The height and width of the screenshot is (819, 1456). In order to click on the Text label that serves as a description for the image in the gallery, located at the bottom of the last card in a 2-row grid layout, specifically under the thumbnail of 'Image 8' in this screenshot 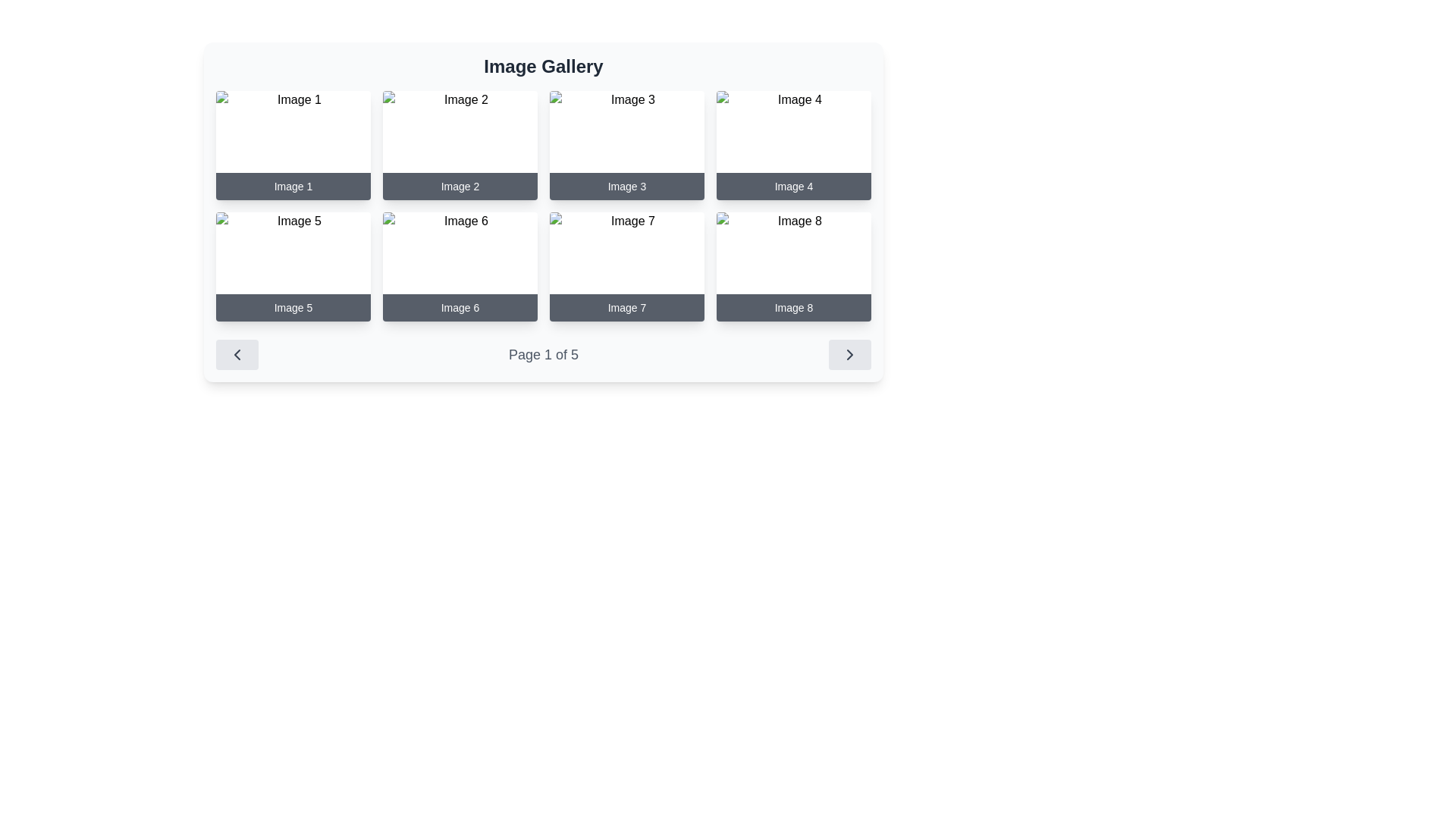, I will do `click(792, 307)`.